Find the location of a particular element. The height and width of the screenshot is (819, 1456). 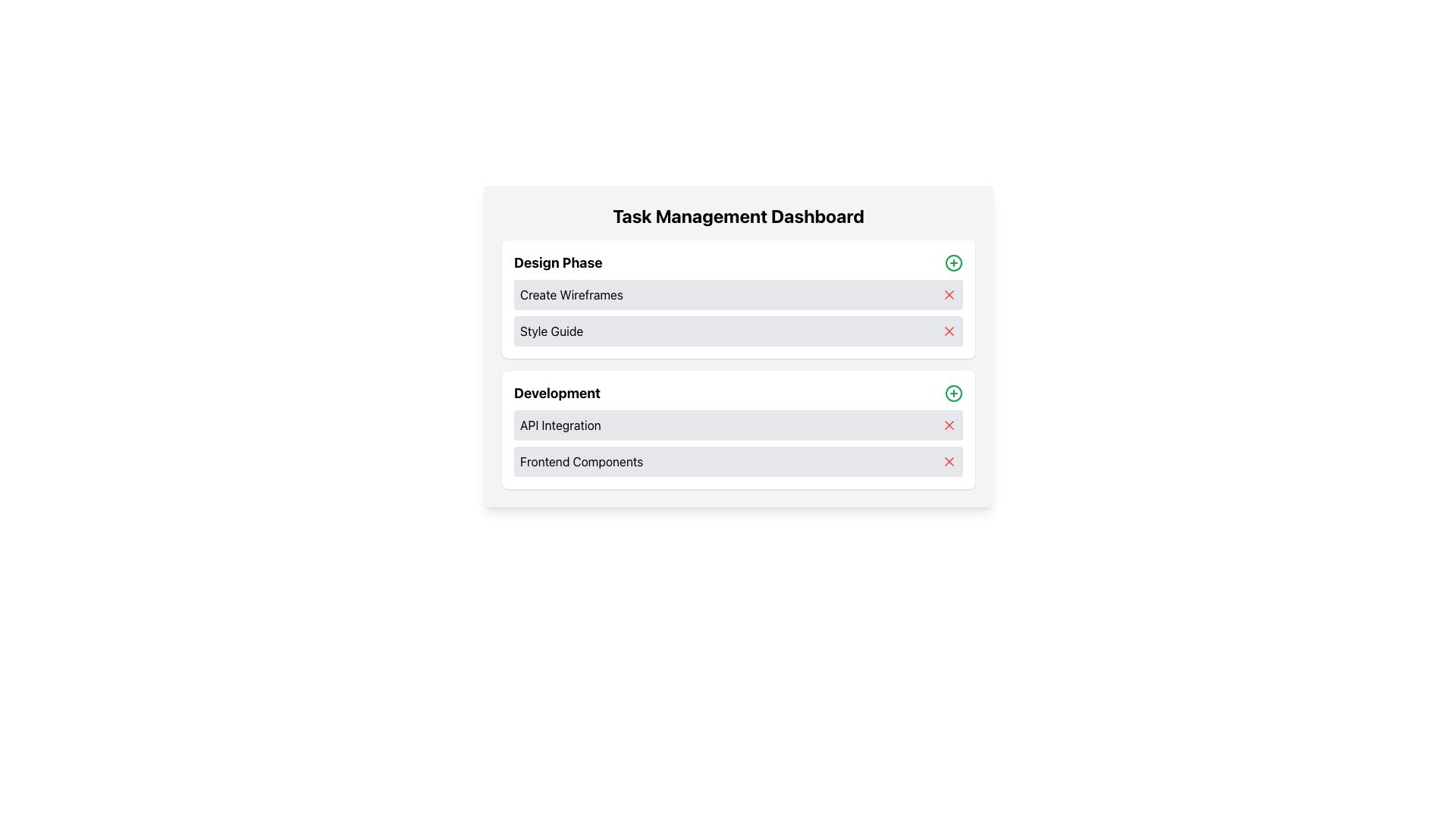

the dismiss button located to the right of the 'Style Guide' text is located at coordinates (949, 330).